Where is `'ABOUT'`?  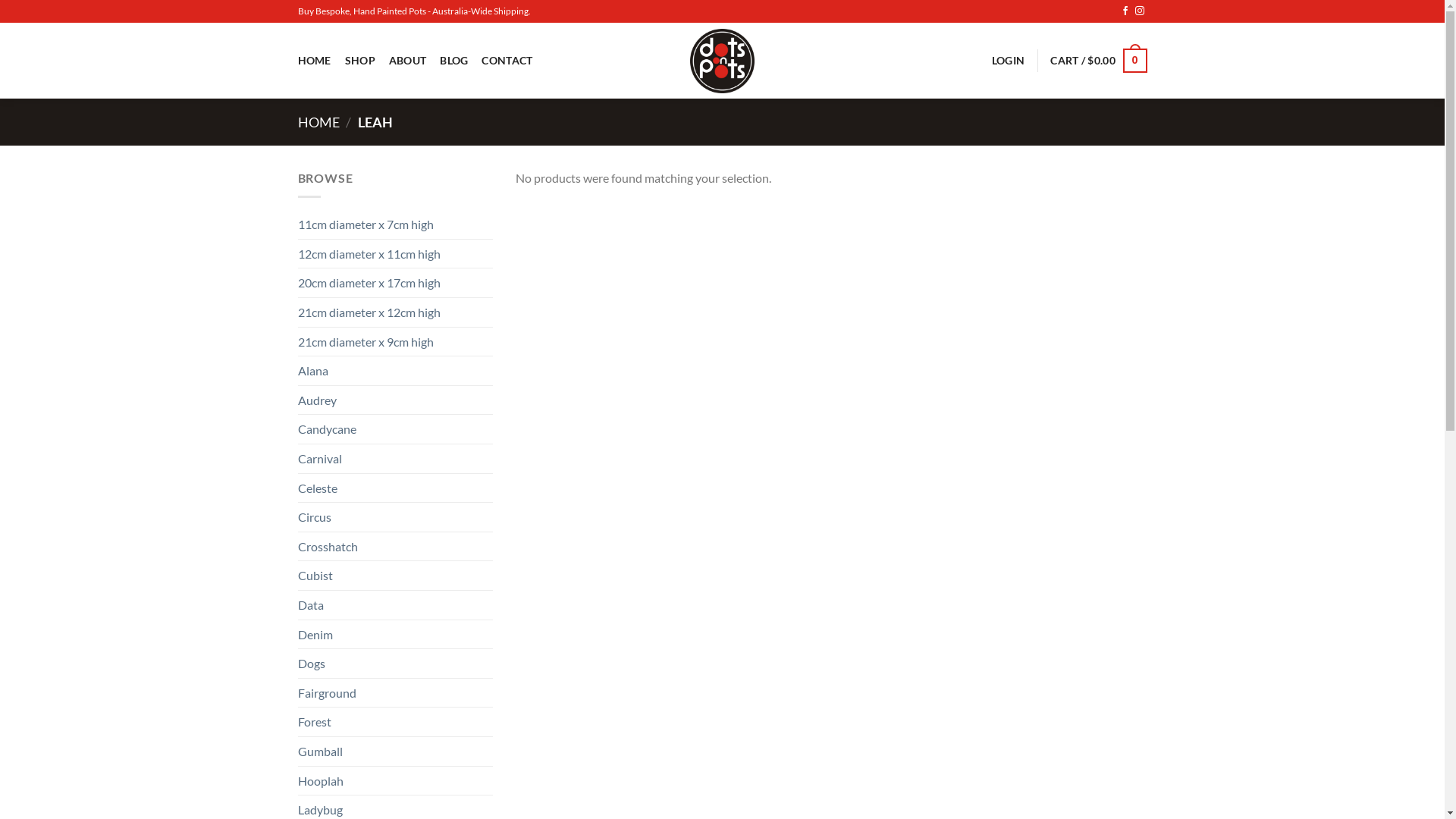 'ABOUT' is located at coordinates (407, 59).